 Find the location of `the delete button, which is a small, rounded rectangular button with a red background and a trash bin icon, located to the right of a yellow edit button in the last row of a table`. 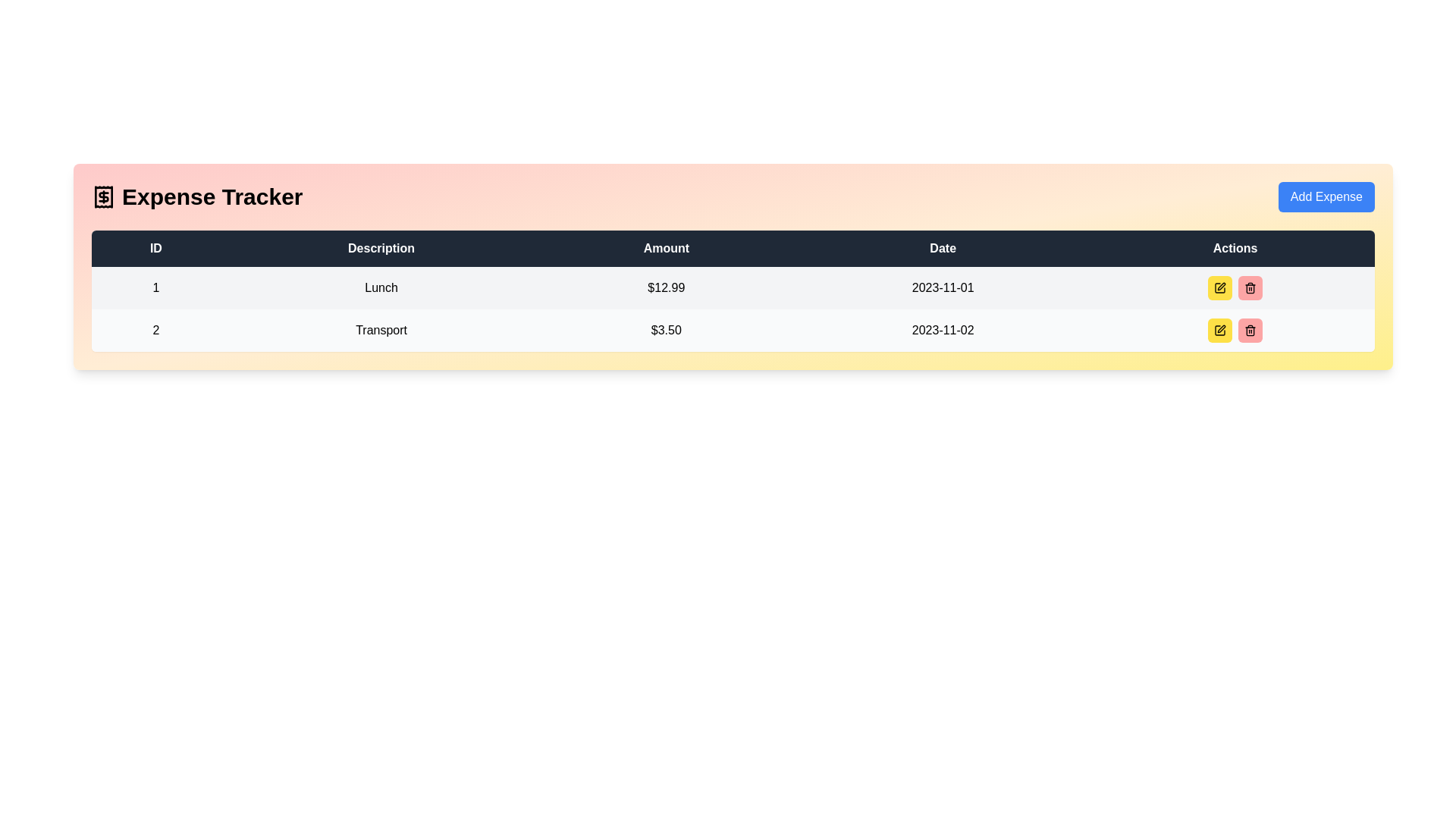

the delete button, which is a small, rounded rectangular button with a red background and a trash bin icon, located to the right of a yellow edit button in the last row of a table is located at coordinates (1250, 329).